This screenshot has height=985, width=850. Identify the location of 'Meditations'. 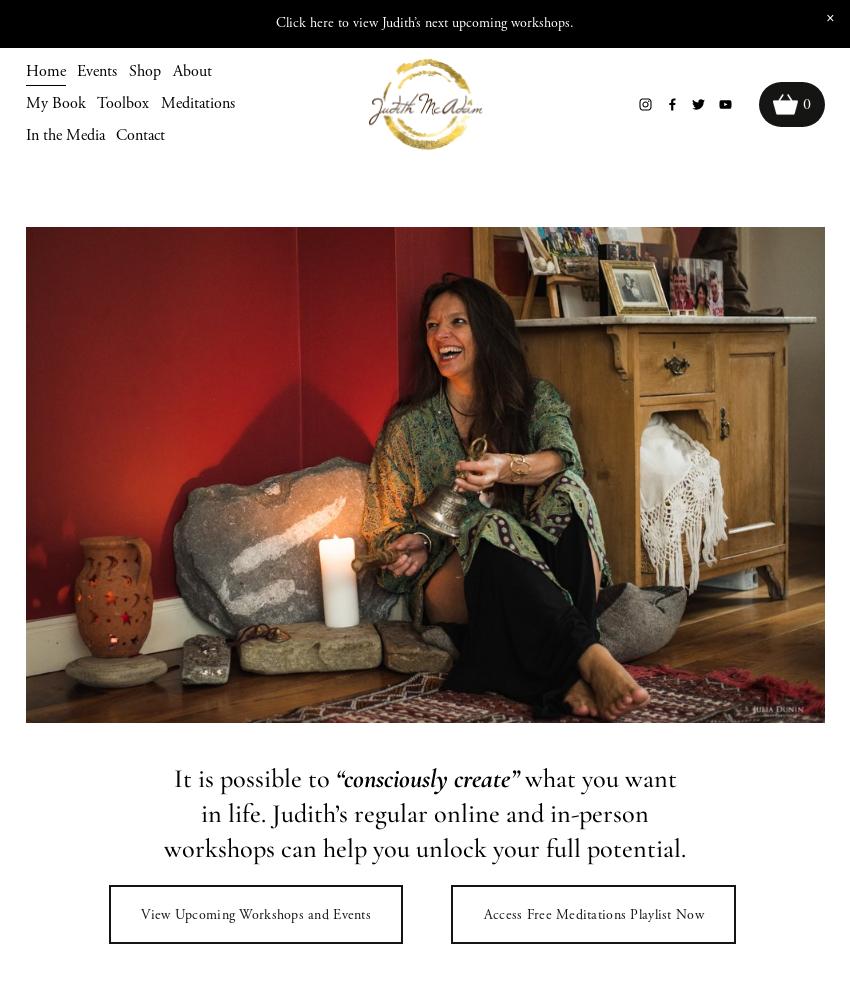
(160, 102).